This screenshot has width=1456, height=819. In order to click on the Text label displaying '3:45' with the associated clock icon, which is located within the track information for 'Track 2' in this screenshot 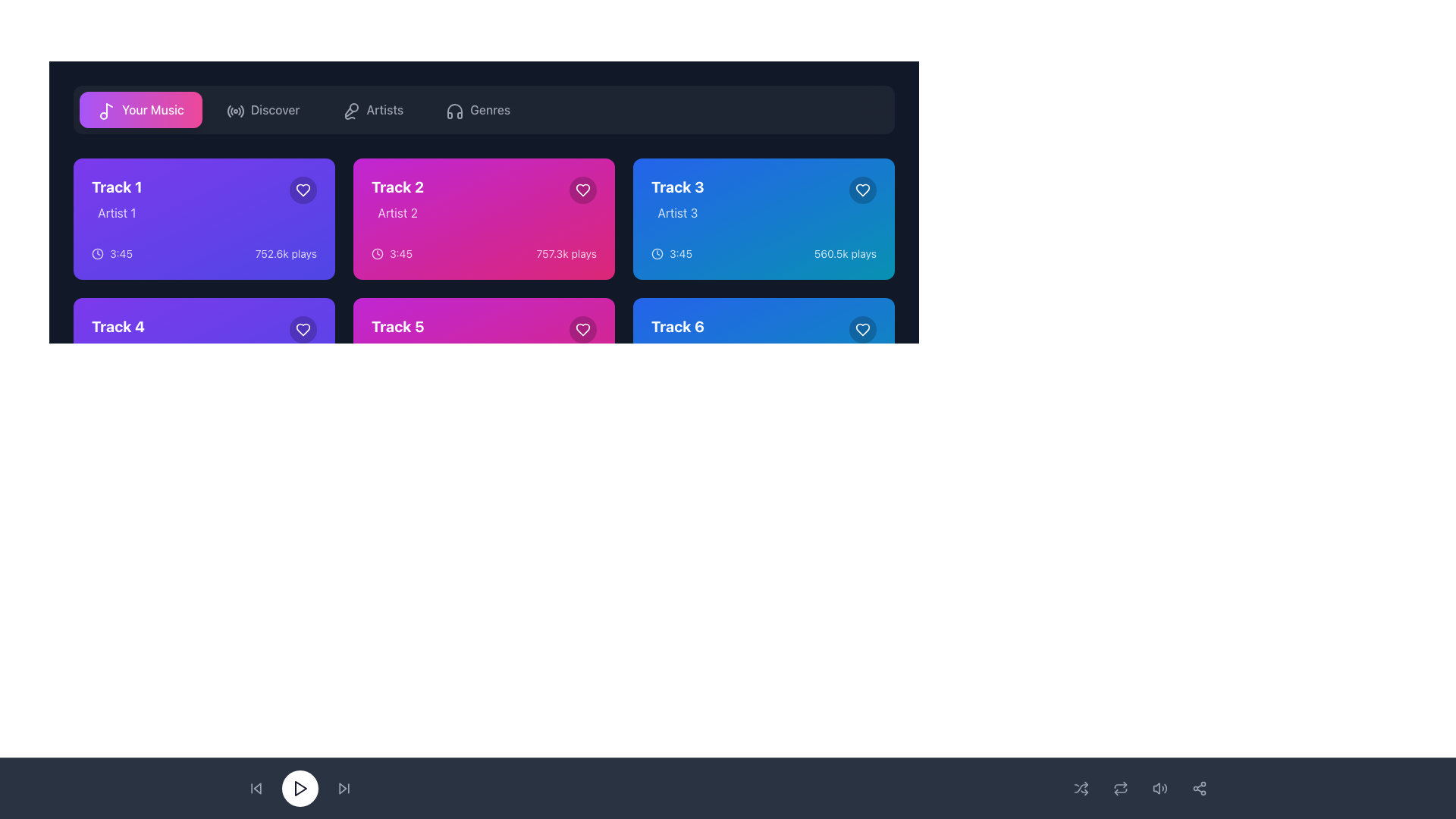, I will do `click(392, 253)`.